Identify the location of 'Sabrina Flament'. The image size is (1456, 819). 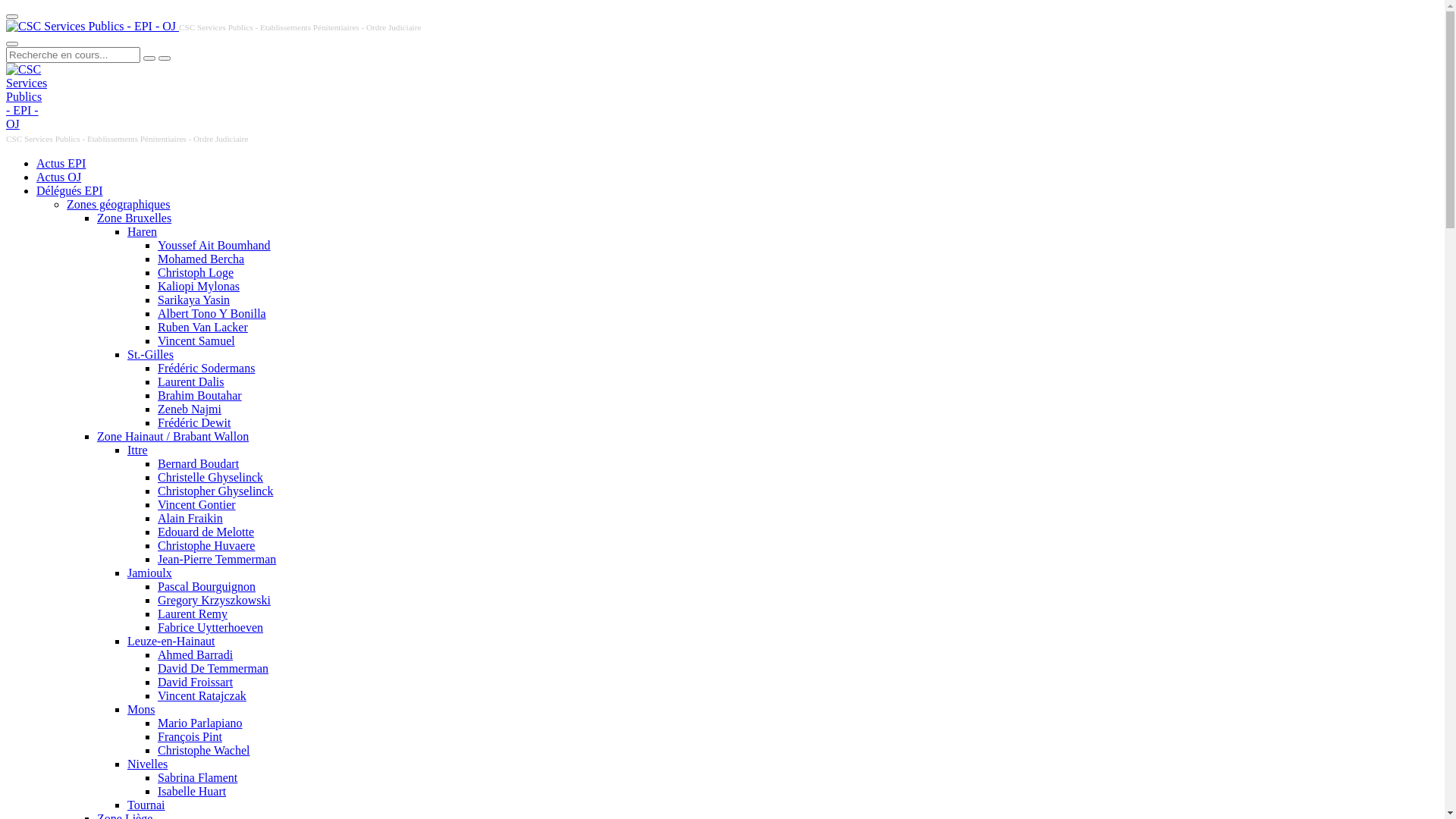
(196, 777).